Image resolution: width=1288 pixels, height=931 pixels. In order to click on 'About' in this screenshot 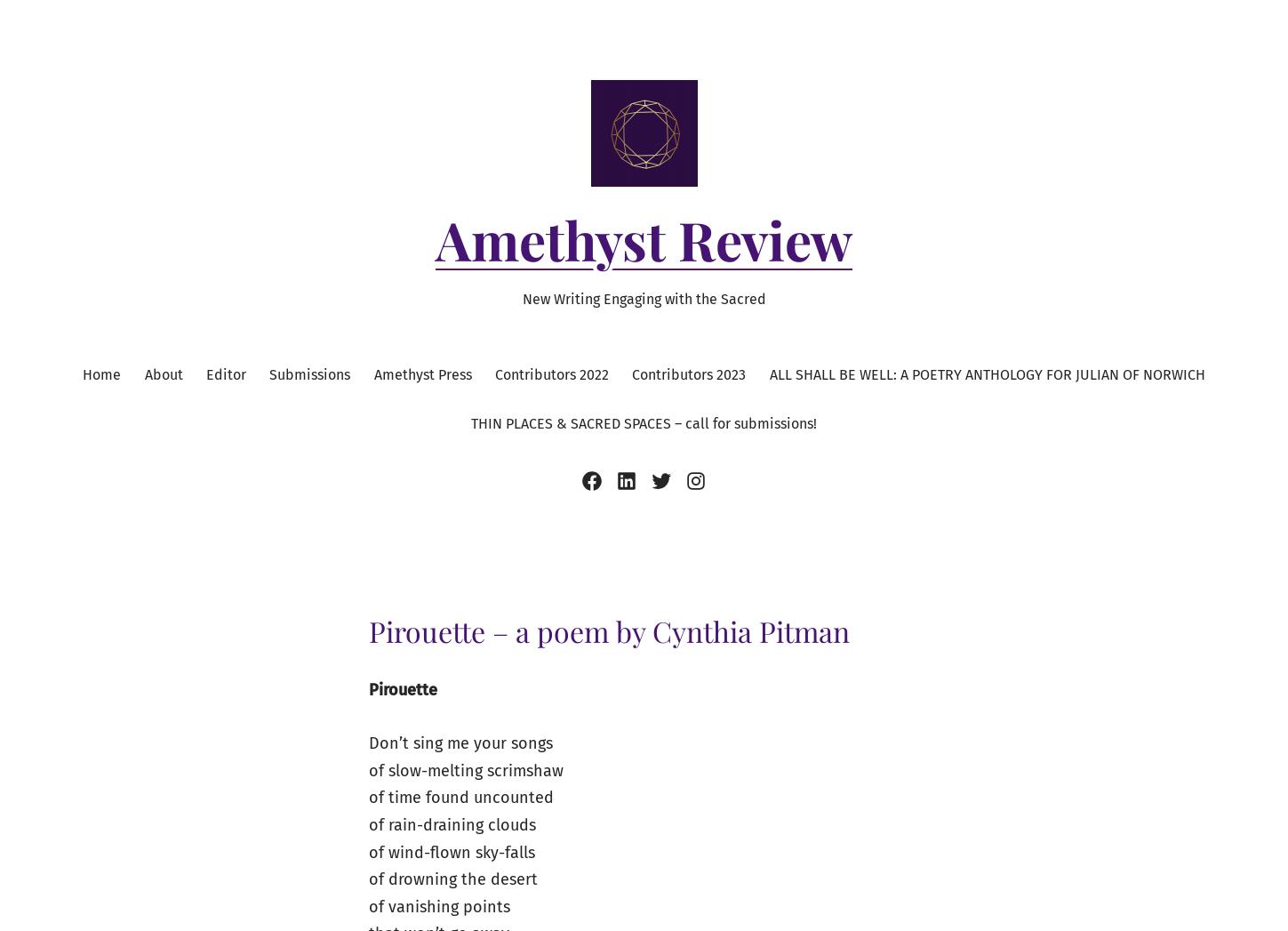, I will do `click(162, 373)`.